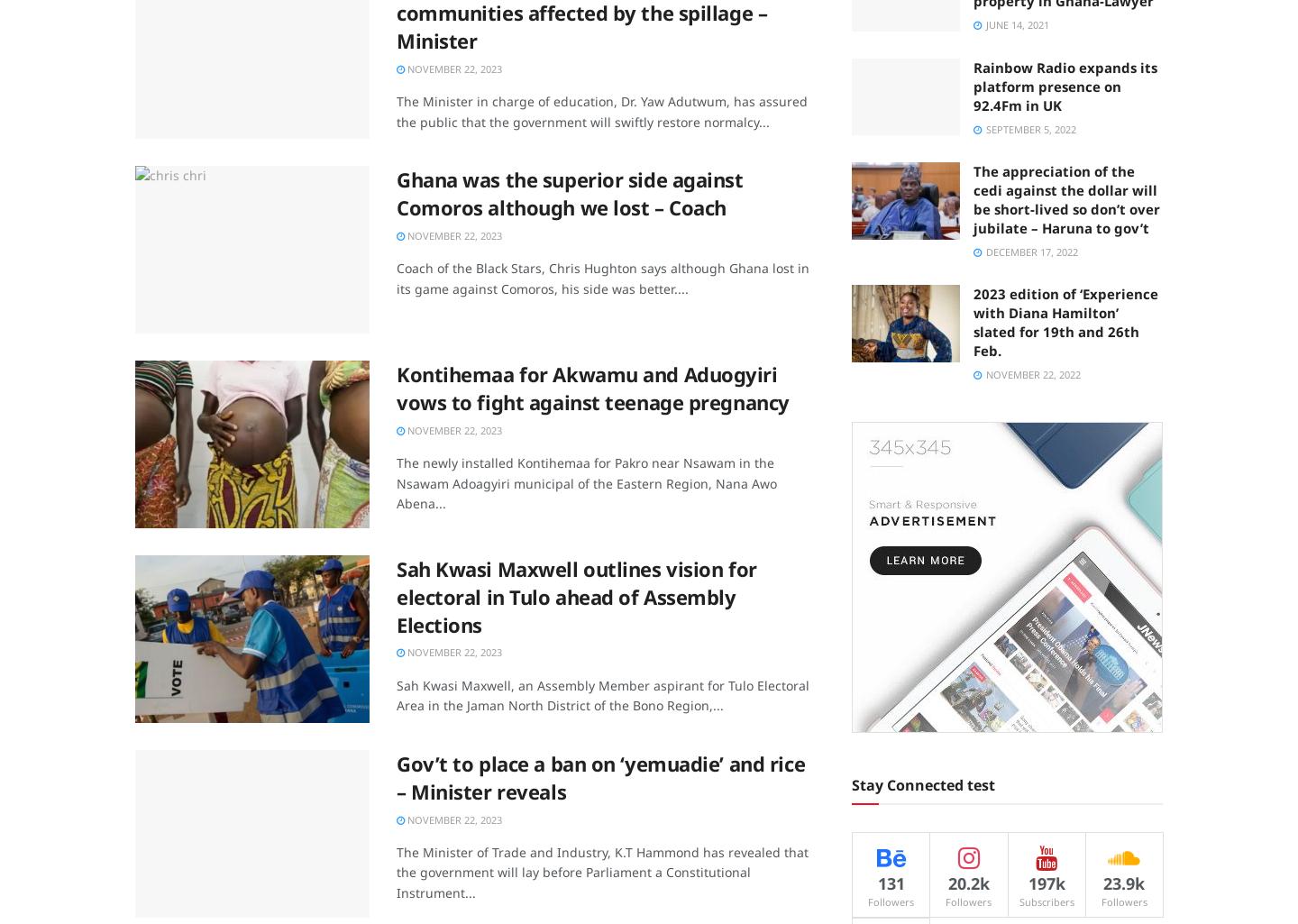  Describe the element at coordinates (397, 481) in the screenshot. I see `'The newly installed Kontihemaa for Pakro near Nsawam in the Nsawam Adoagyiri municipal of the Eastern Region, Nana Awo Abena...'` at that location.